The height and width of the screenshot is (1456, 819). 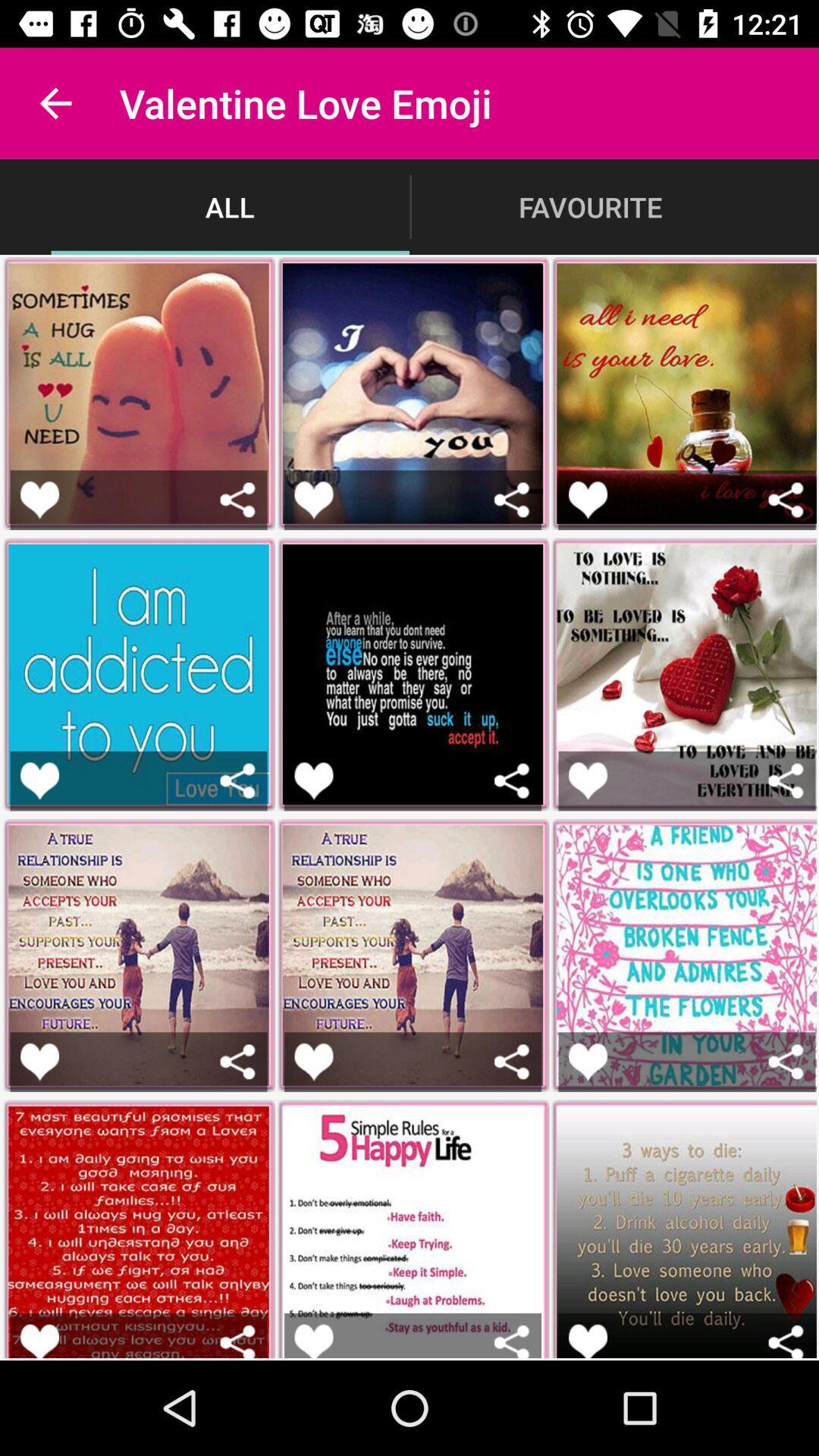 I want to click on heart the picture, so click(x=587, y=500).